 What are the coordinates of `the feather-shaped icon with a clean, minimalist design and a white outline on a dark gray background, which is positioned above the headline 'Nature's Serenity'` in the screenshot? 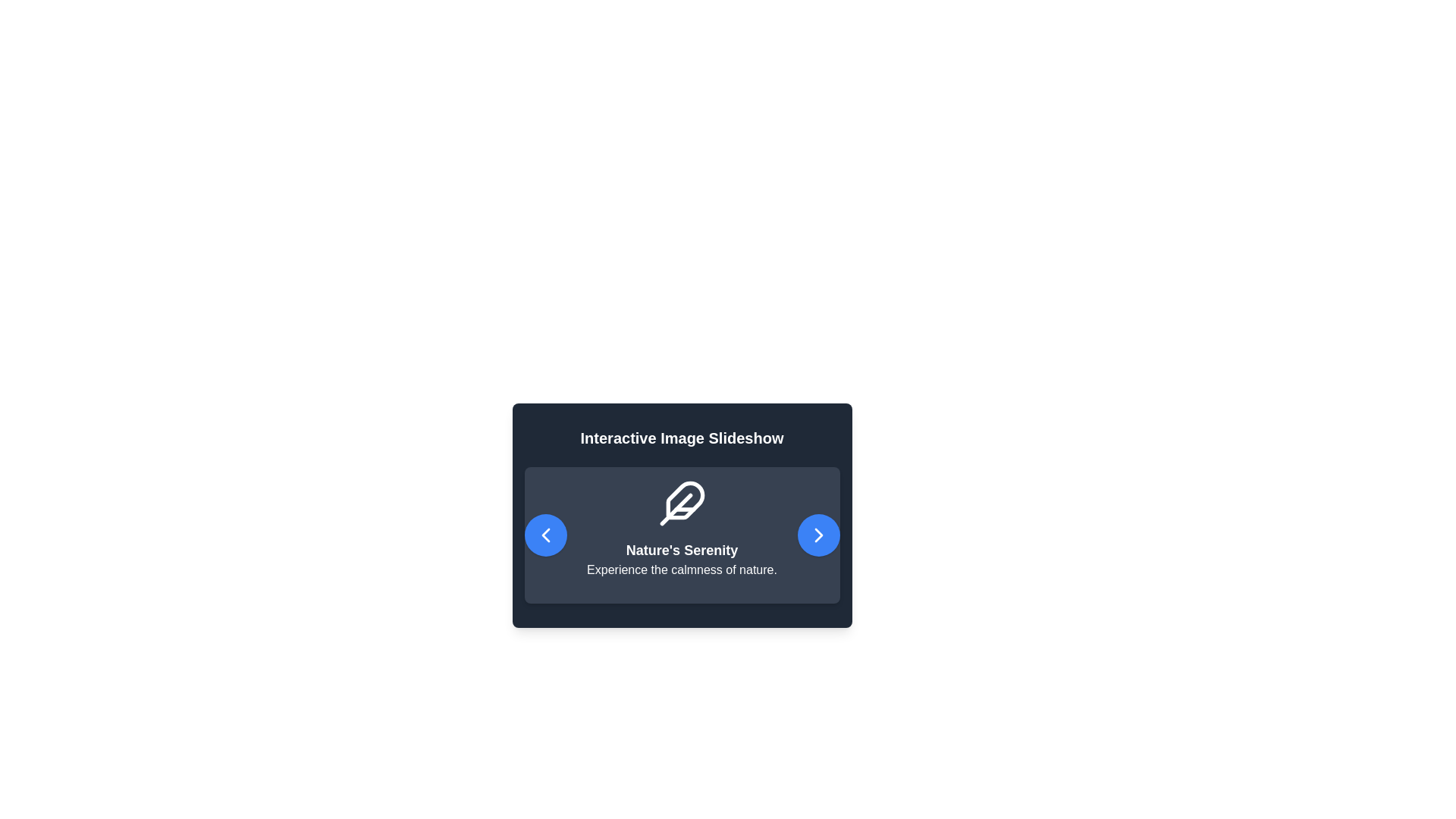 It's located at (681, 503).